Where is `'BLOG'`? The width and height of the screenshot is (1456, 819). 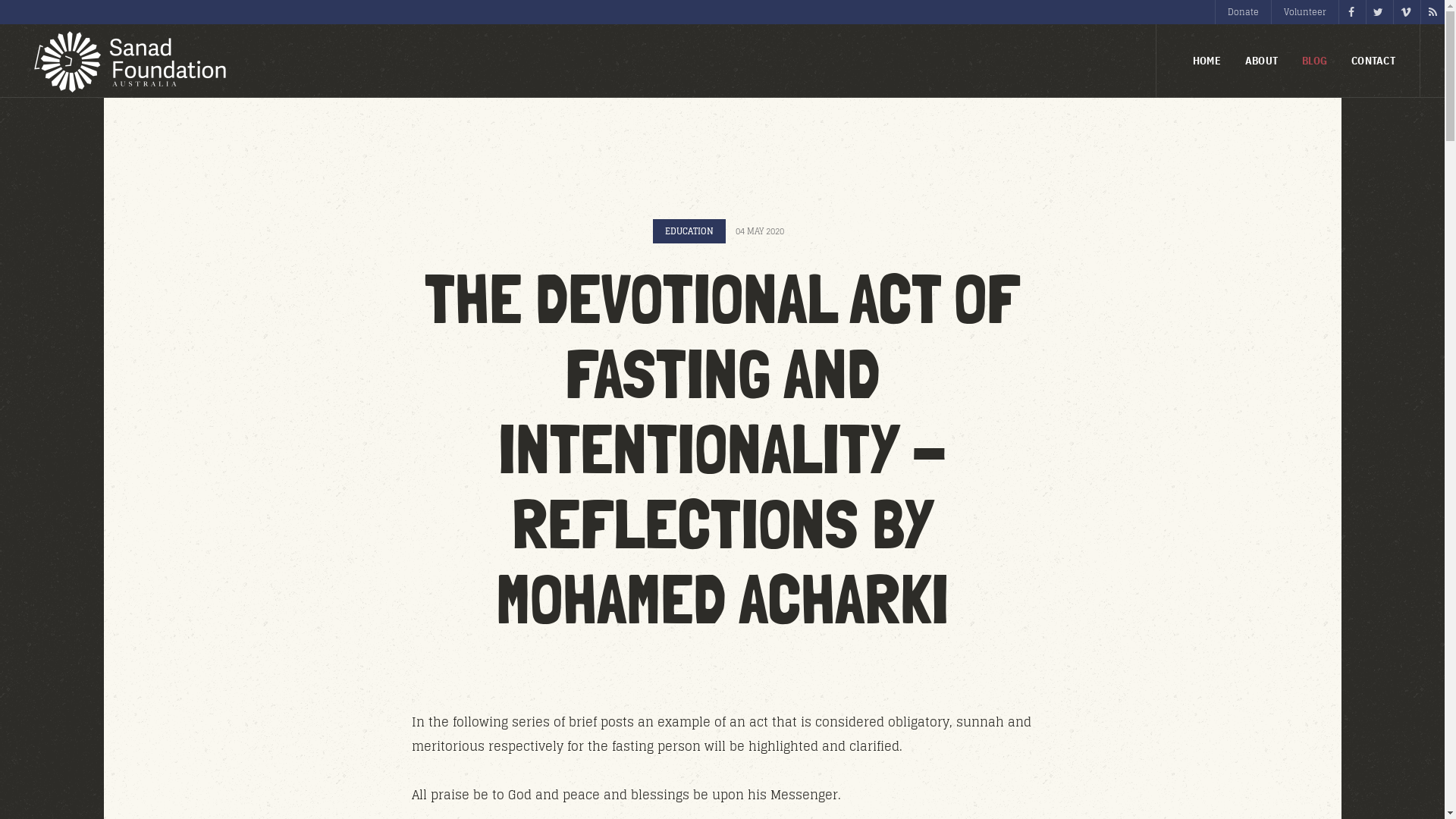 'BLOG' is located at coordinates (1313, 60).